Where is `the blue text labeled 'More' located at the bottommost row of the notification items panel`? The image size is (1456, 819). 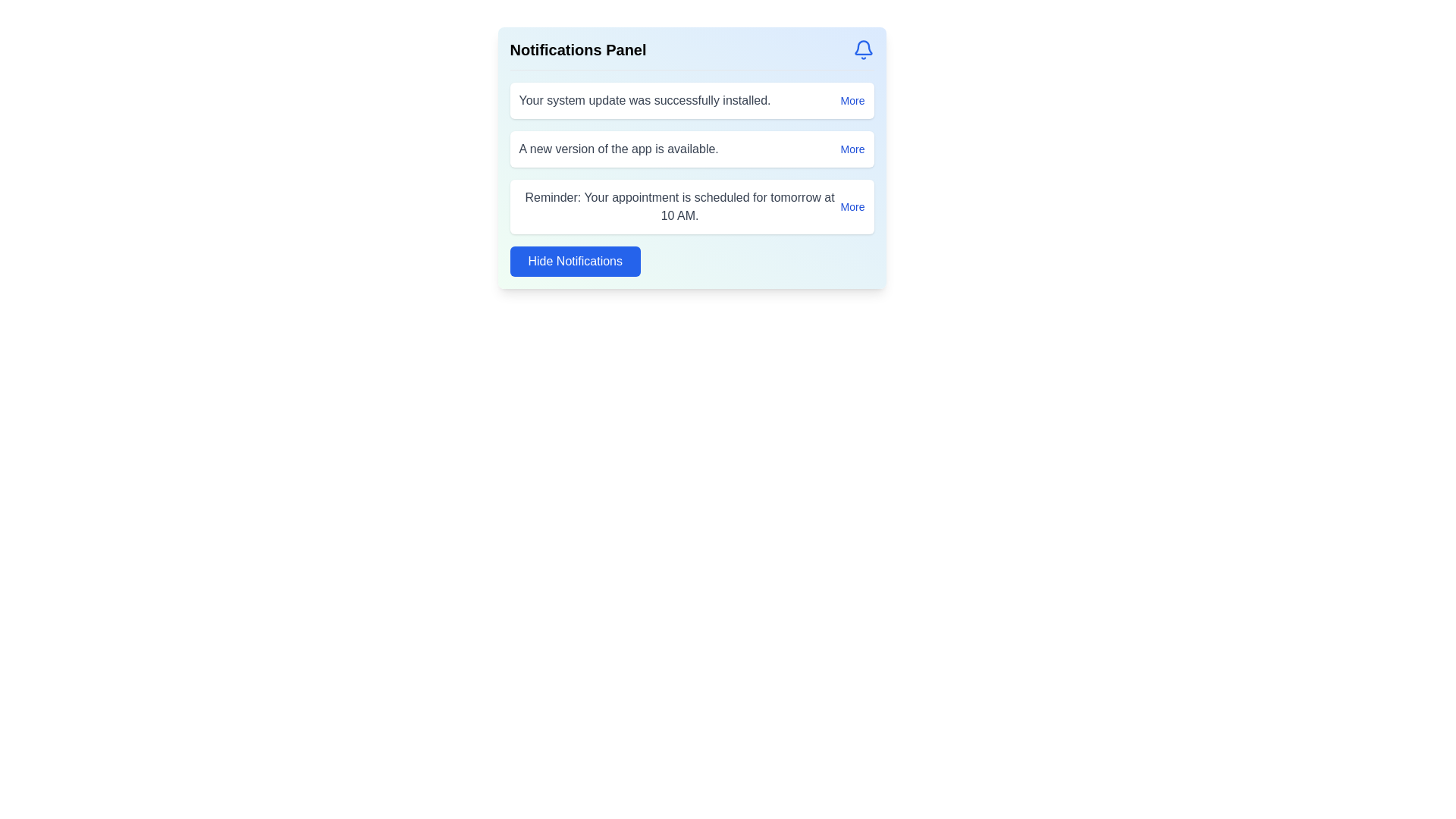 the blue text labeled 'More' located at the bottommost row of the notification items panel is located at coordinates (852, 207).